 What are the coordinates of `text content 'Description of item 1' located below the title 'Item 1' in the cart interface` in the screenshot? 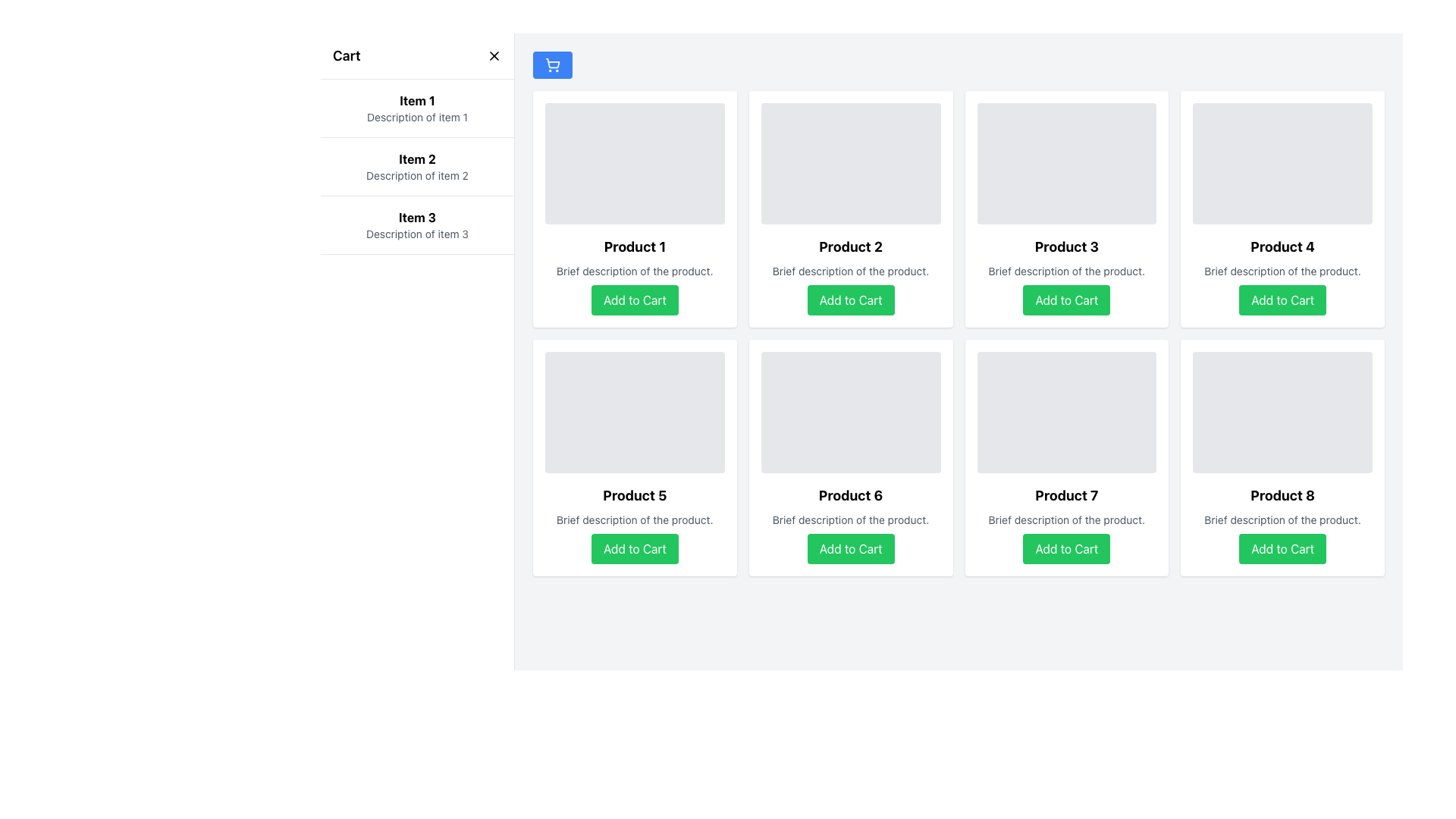 It's located at (417, 116).